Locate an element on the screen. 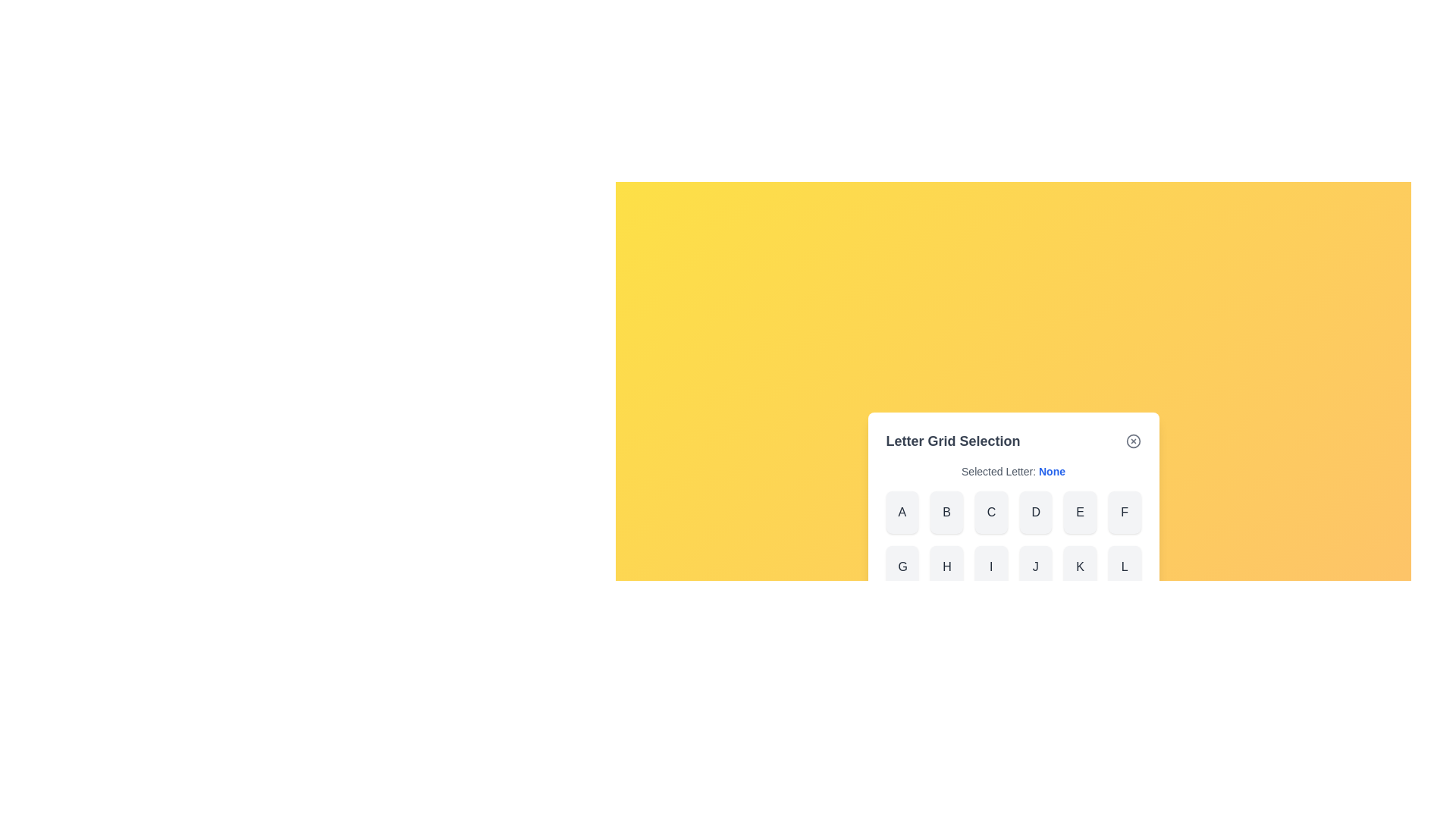  the letter E from the grid is located at coordinates (1079, 512).